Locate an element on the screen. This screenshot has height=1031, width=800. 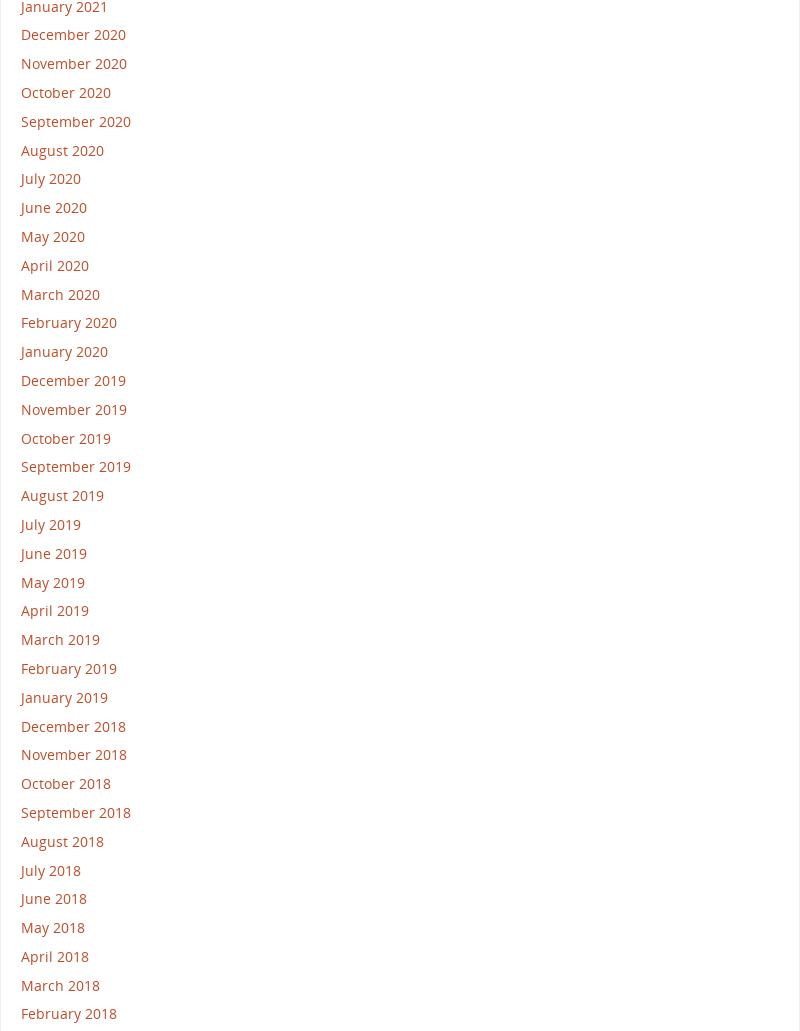
'October 2019' is located at coordinates (65, 437).